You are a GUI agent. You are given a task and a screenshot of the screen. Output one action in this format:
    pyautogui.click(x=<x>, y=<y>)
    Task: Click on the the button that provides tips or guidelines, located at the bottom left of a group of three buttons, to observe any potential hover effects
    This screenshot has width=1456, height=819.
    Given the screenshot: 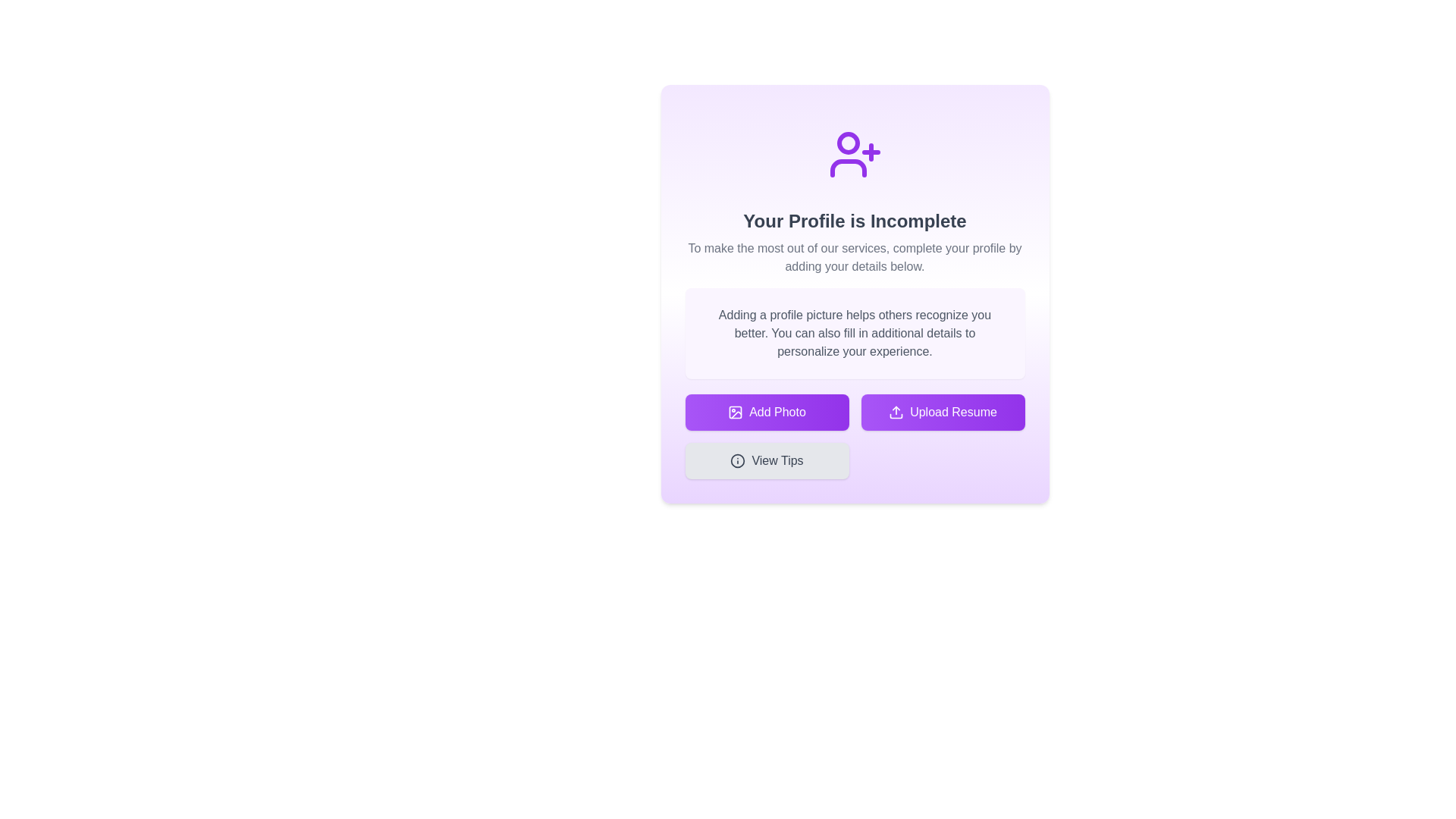 What is the action you would take?
    pyautogui.click(x=767, y=460)
    